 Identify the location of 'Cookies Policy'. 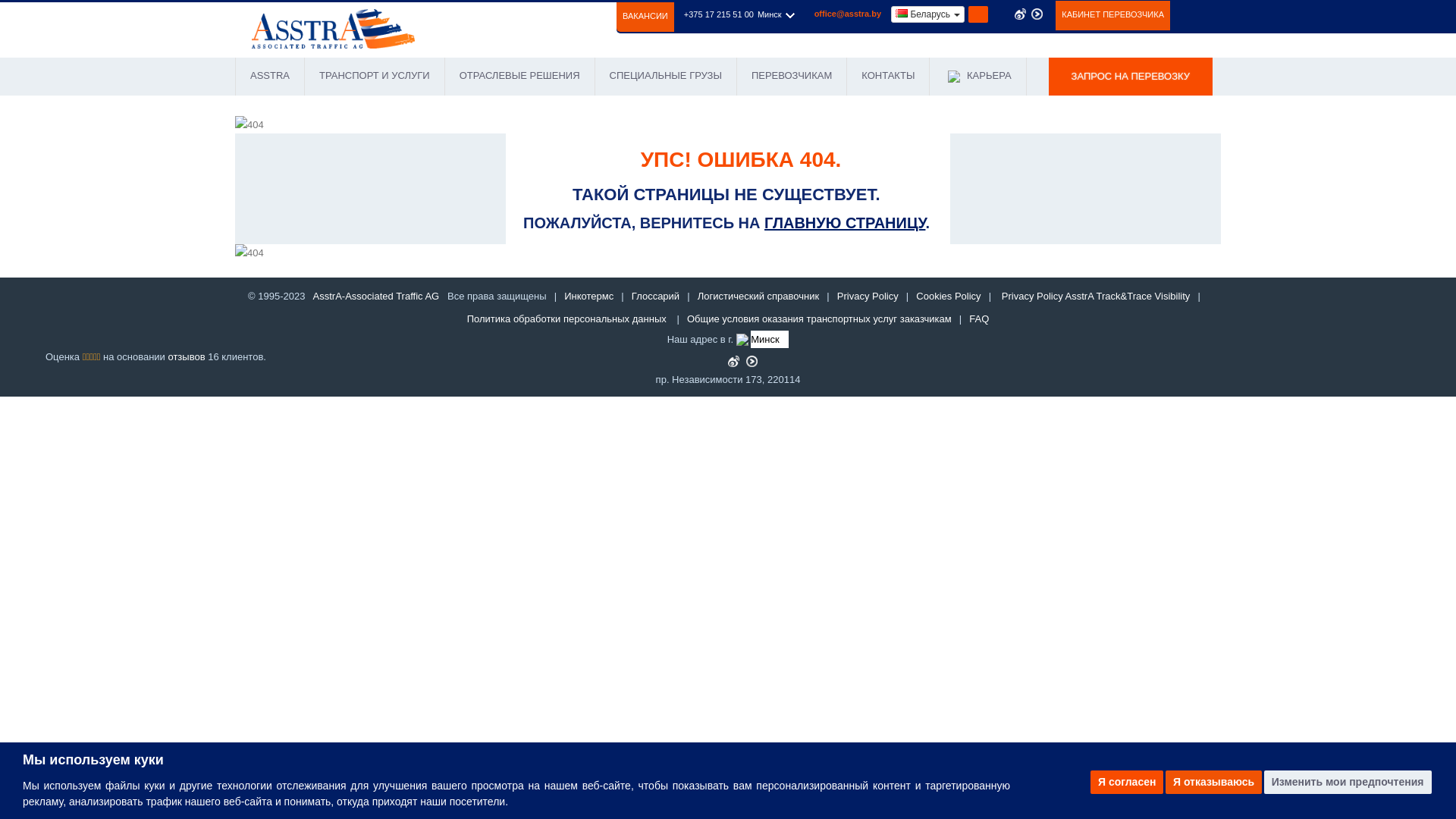
(947, 296).